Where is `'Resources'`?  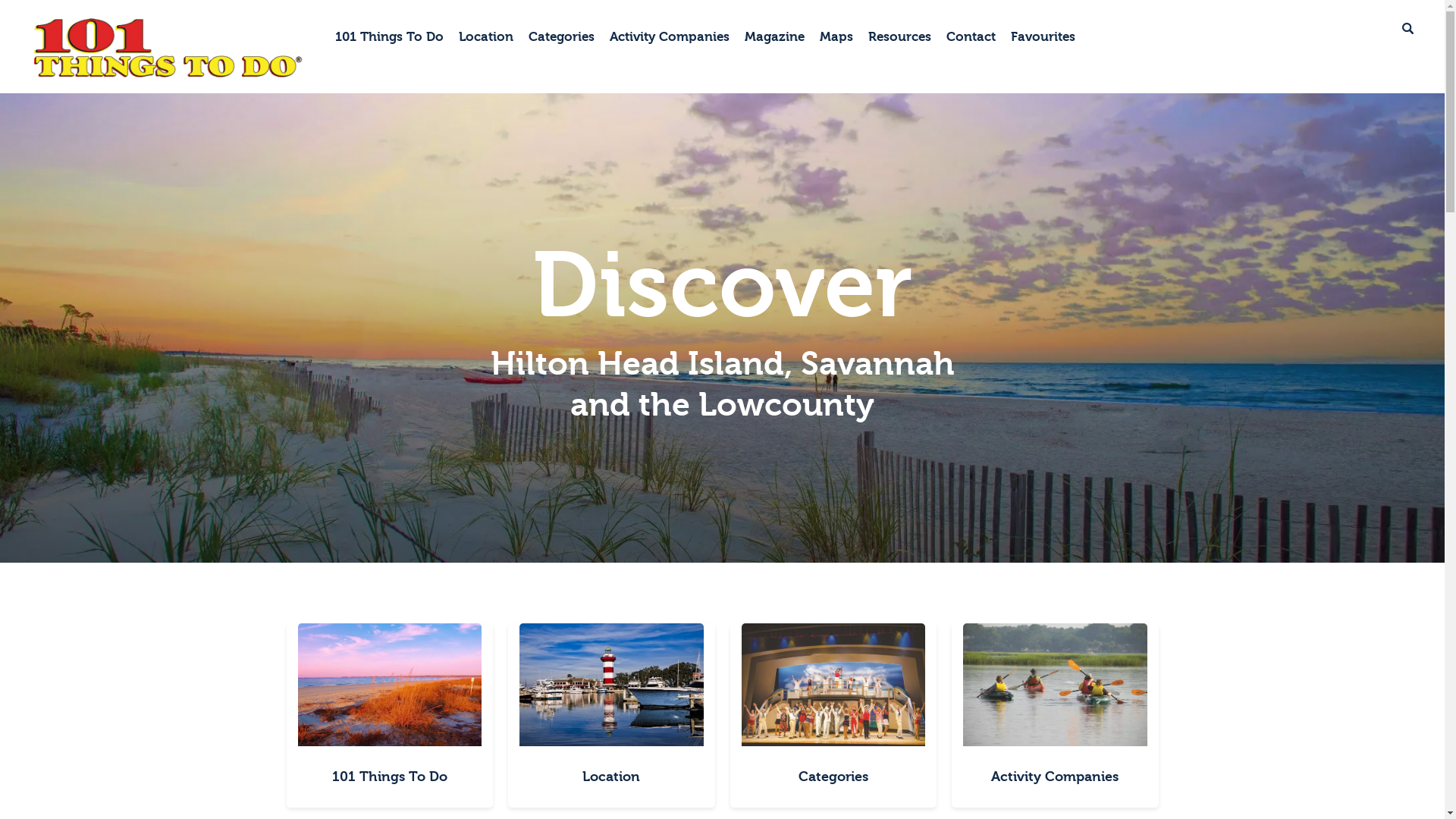 'Resources' is located at coordinates (899, 36).